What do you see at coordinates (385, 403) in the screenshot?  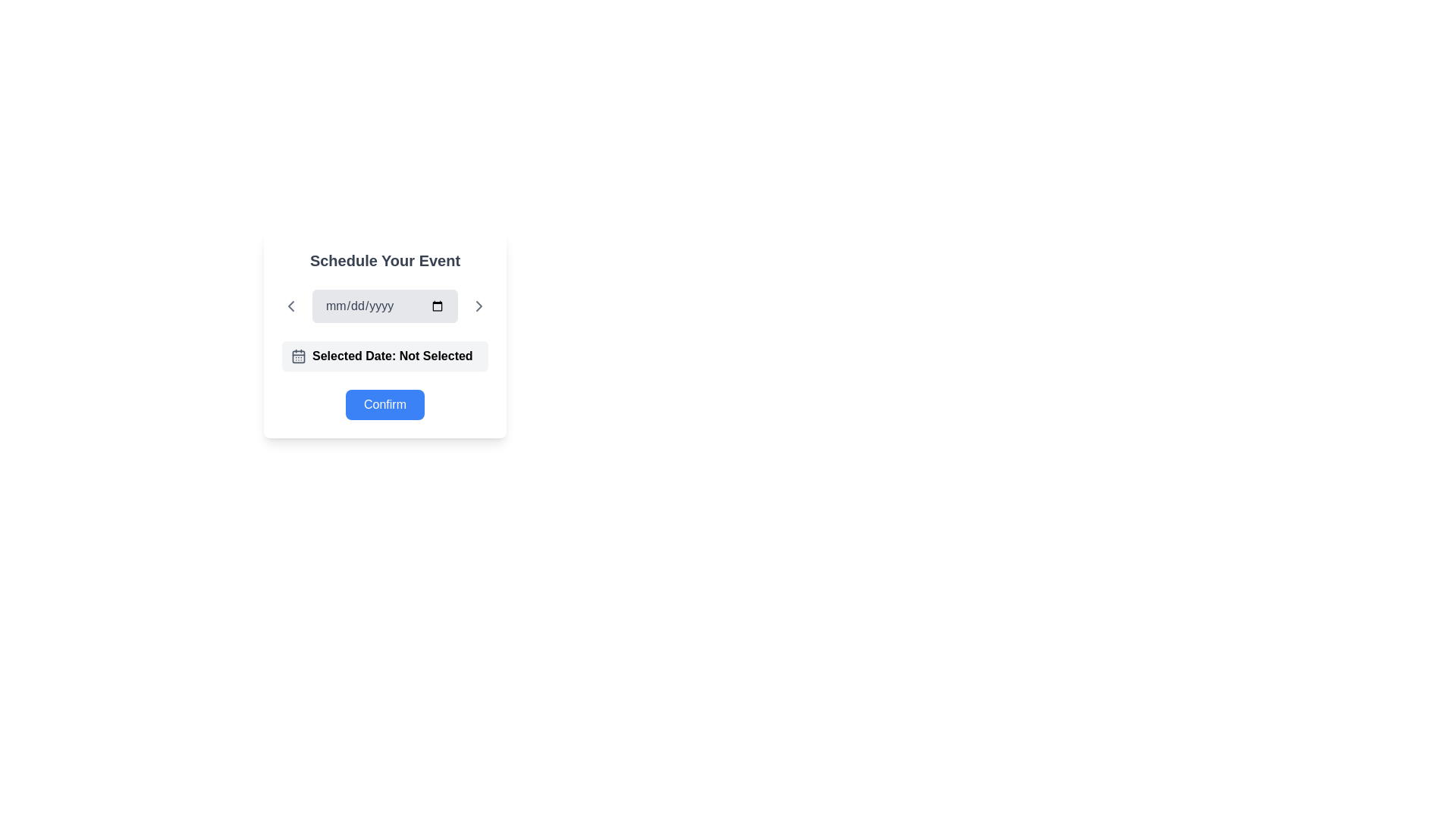 I see `the 'Confirm' button located at the bottom of the 'Schedule Your Event' dialog, below the text 'Selected Date: Not Selected', to finalize the action` at bounding box center [385, 403].